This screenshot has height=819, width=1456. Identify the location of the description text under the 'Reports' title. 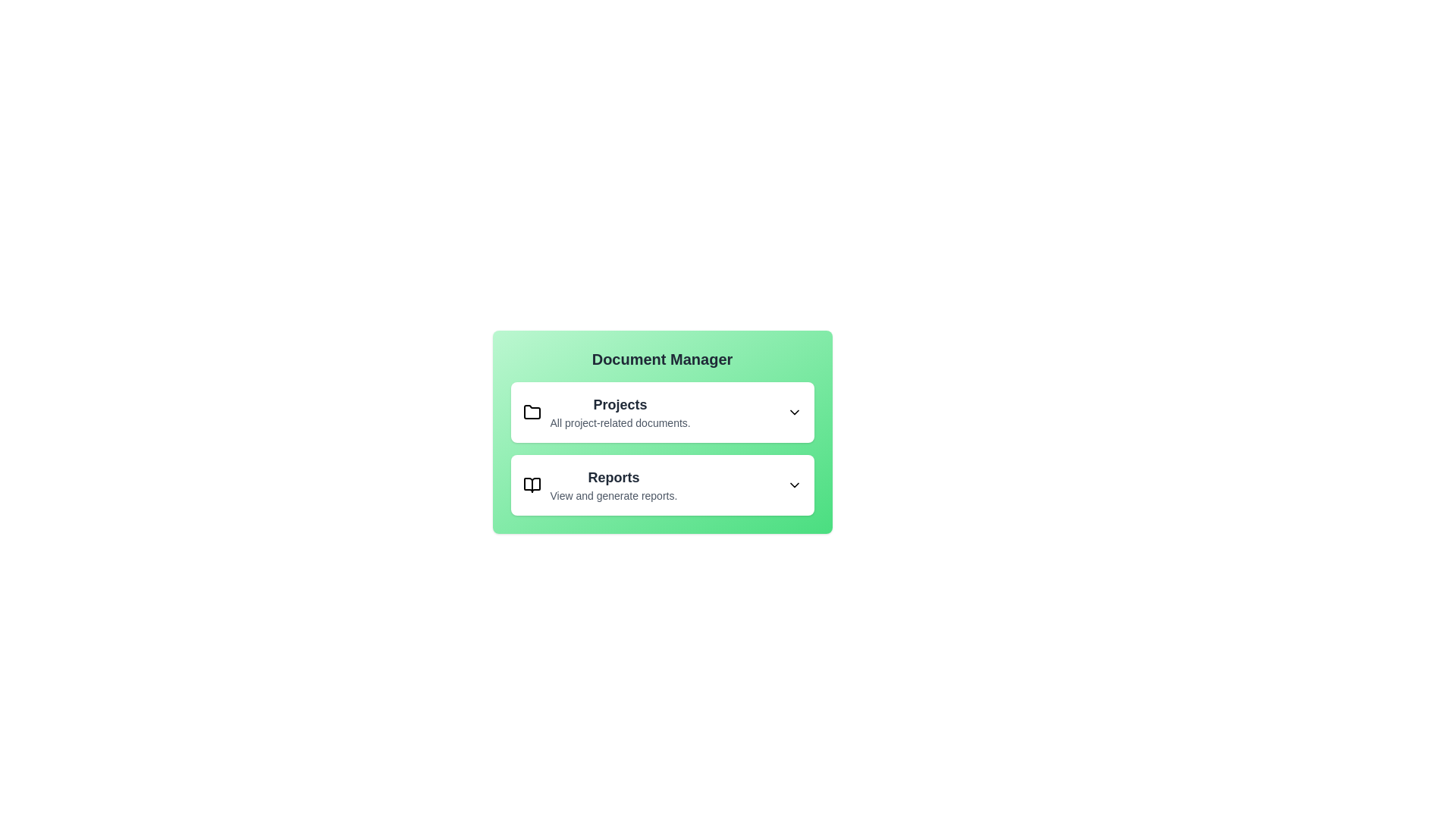
(613, 496).